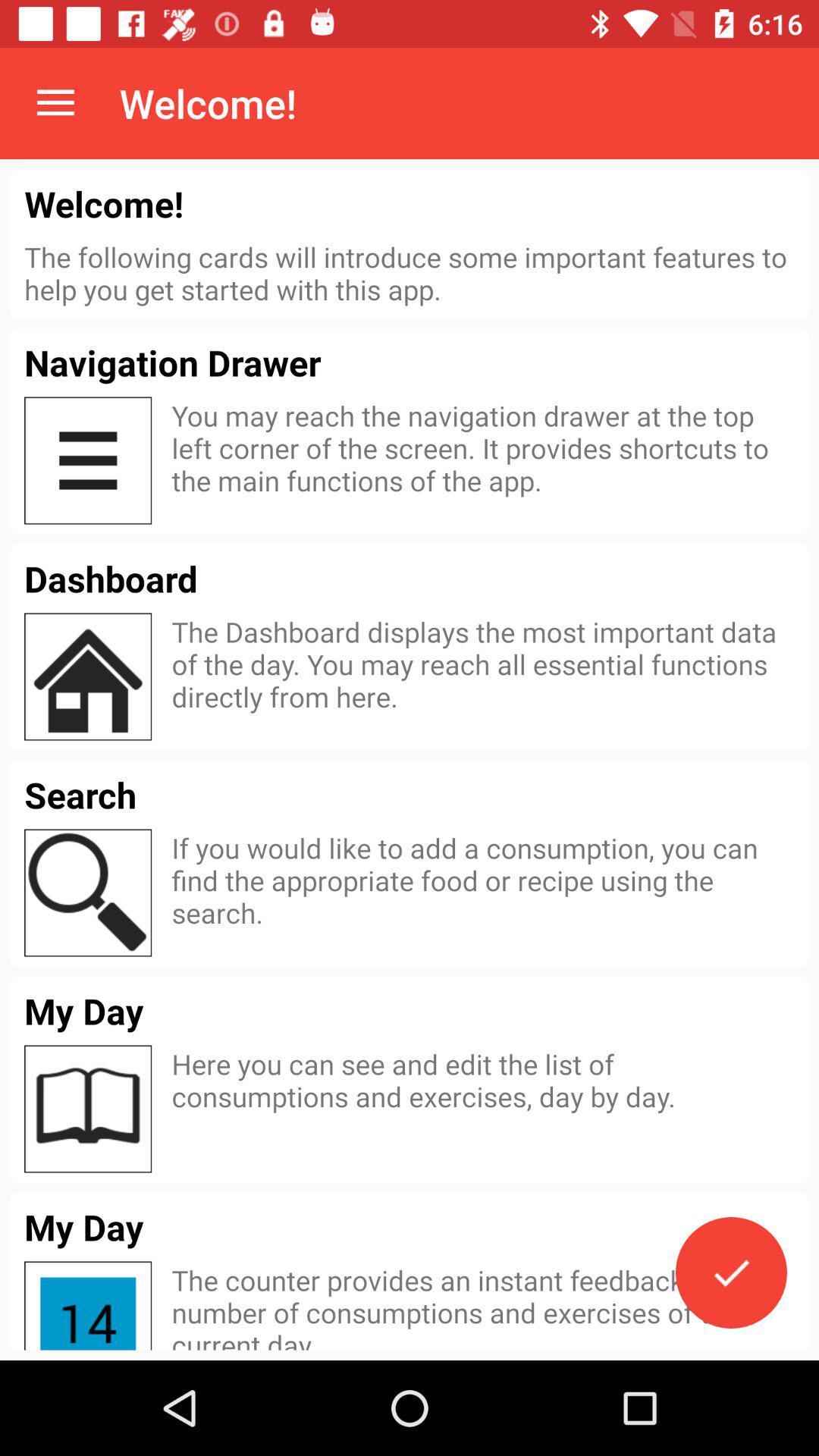  What do you see at coordinates (730, 1272) in the screenshot?
I see `the item below here you can` at bounding box center [730, 1272].